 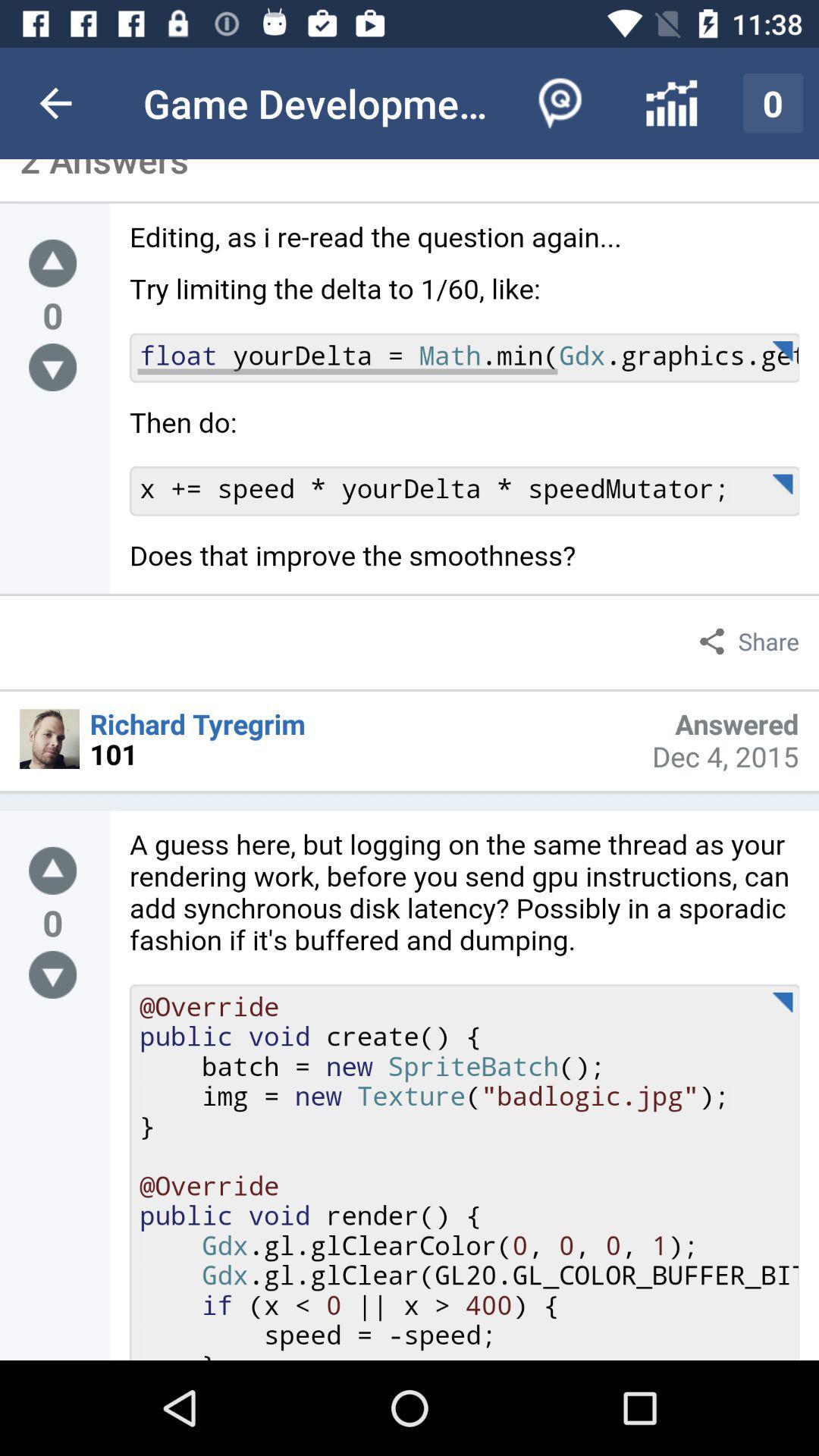 What do you see at coordinates (52, 871) in the screenshot?
I see `bell button` at bounding box center [52, 871].